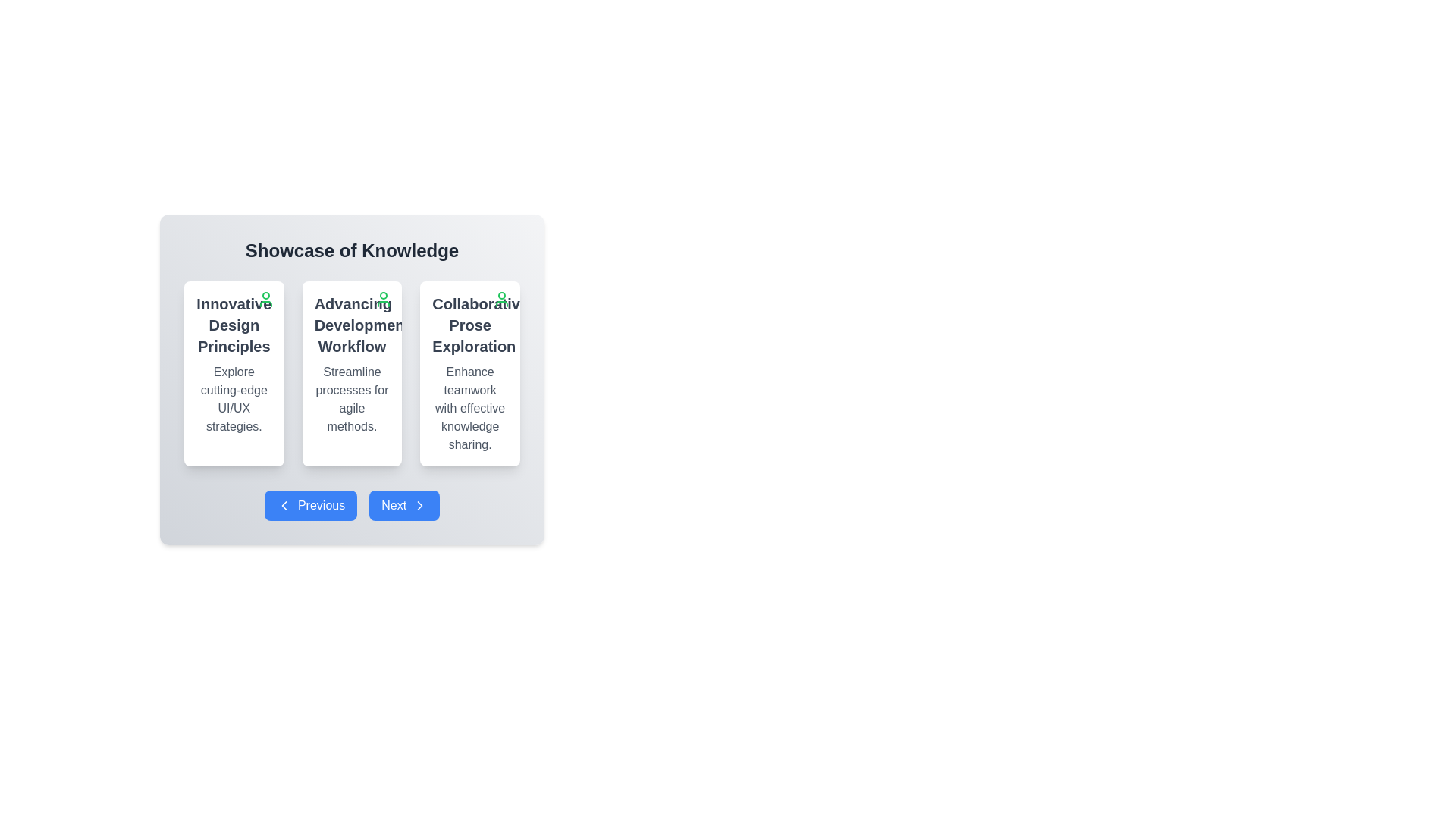 The height and width of the screenshot is (819, 1456). What do you see at coordinates (351, 506) in the screenshot?
I see `the Navigation Panel buttons, which are styled with a blue background and white text` at bounding box center [351, 506].